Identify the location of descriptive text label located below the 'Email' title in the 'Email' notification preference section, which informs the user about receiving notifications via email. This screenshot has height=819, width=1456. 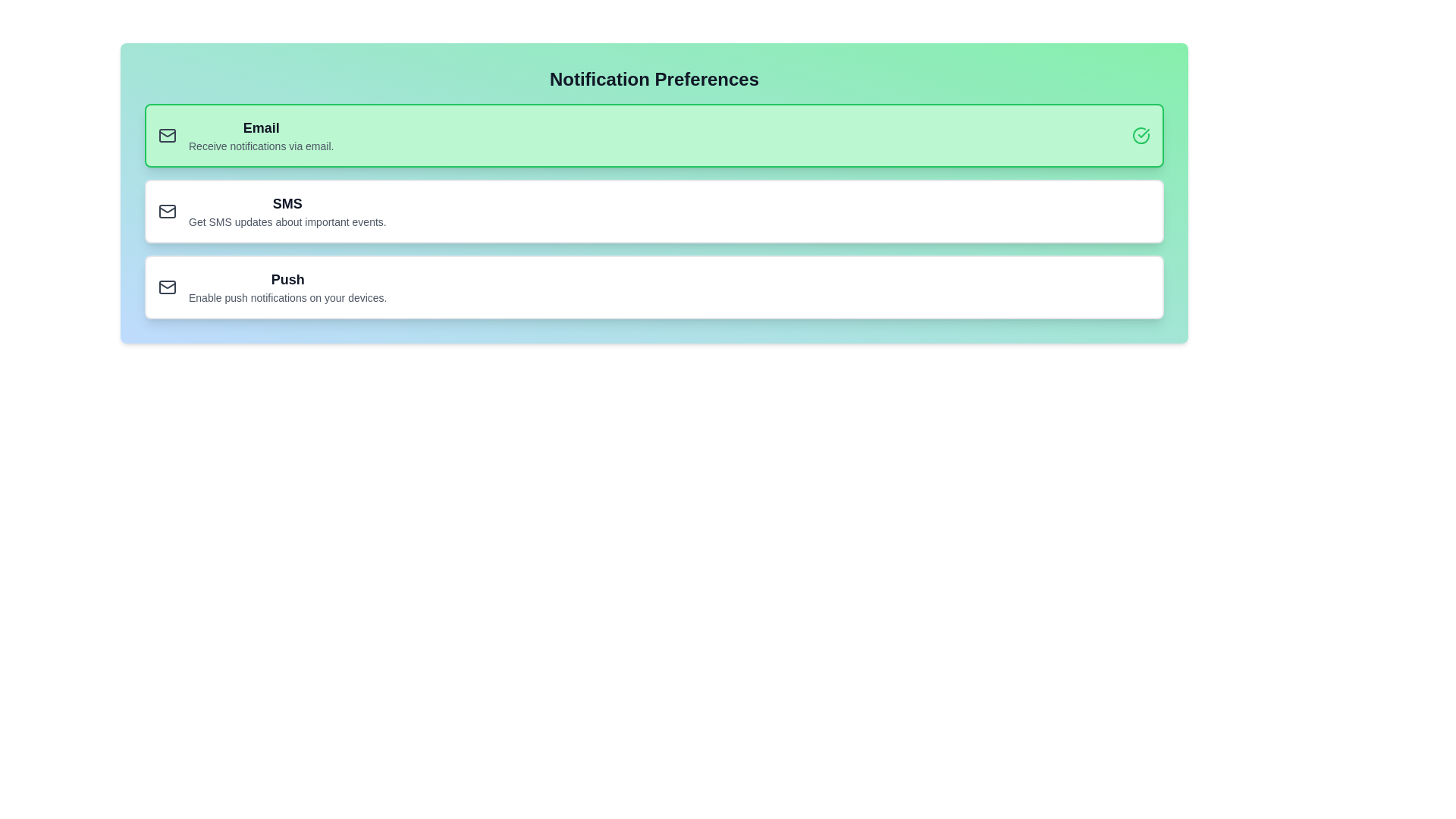
(261, 146).